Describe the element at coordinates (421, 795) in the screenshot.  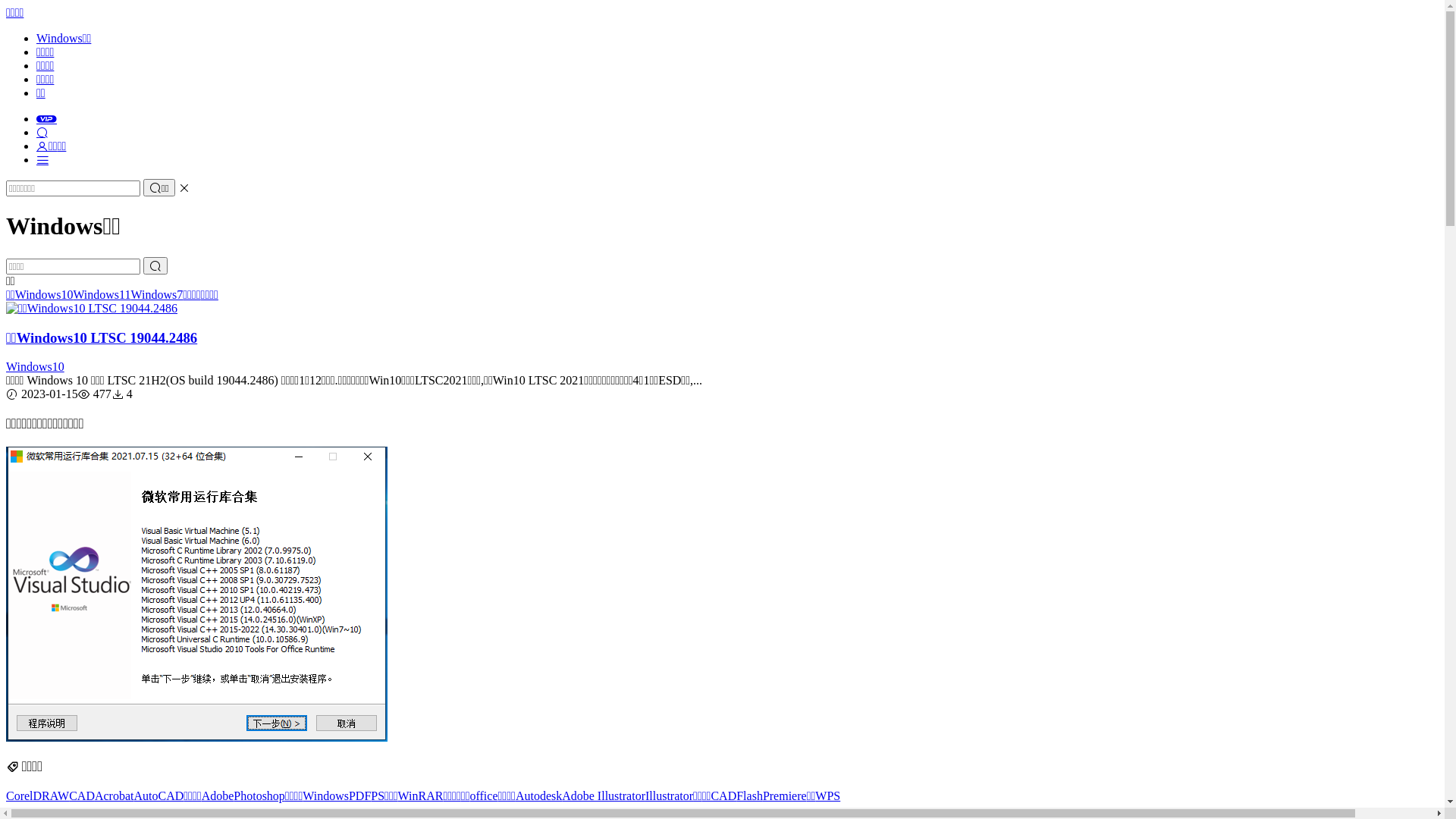
I see `'WinRAR'` at that location.